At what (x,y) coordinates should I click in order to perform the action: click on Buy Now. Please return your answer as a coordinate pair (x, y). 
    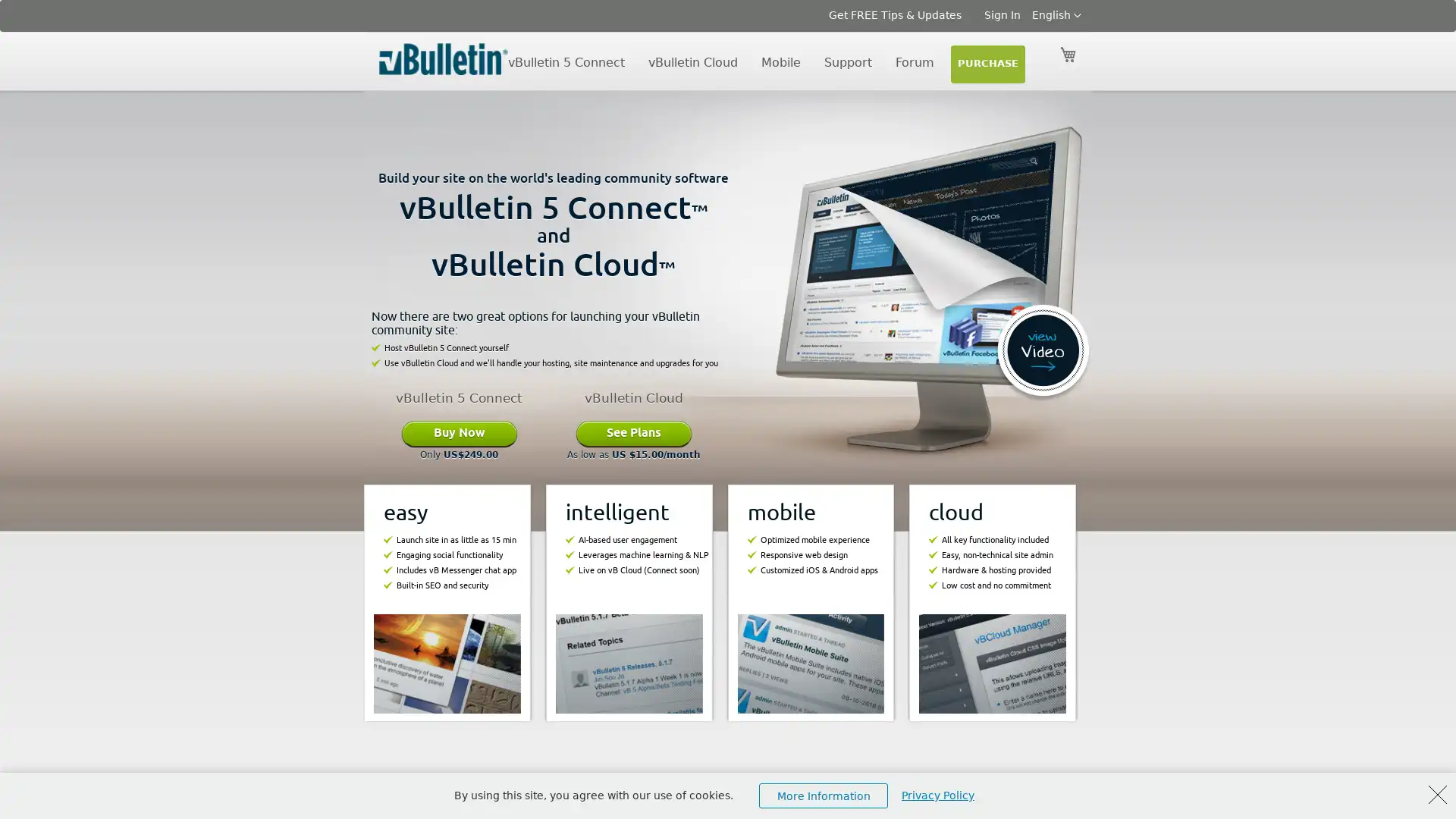
    Looking at the image, I should click on (458, 432).